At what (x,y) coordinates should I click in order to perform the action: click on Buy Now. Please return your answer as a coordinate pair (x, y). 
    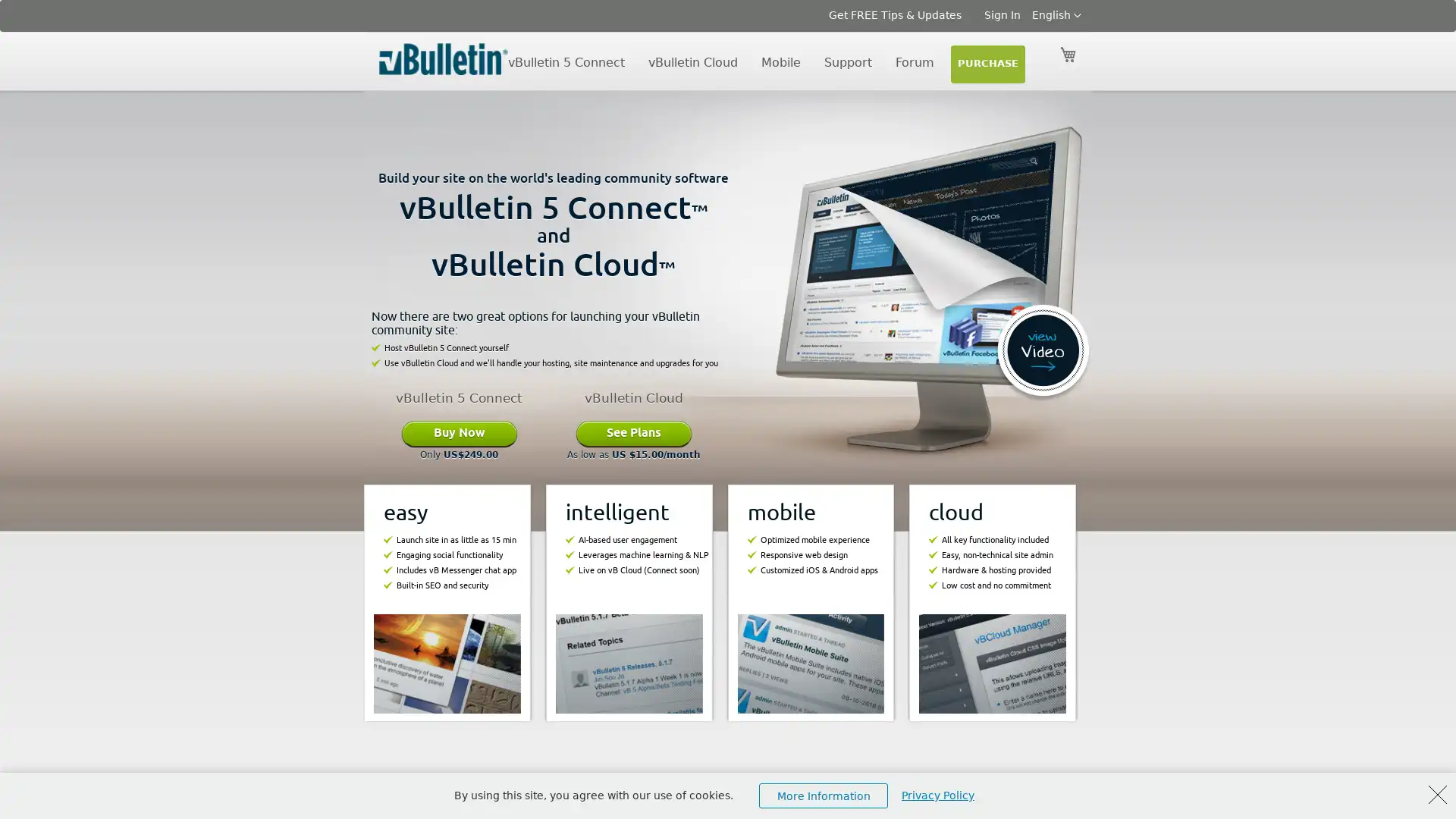
    Looking at the image, I should click on (458, 432).